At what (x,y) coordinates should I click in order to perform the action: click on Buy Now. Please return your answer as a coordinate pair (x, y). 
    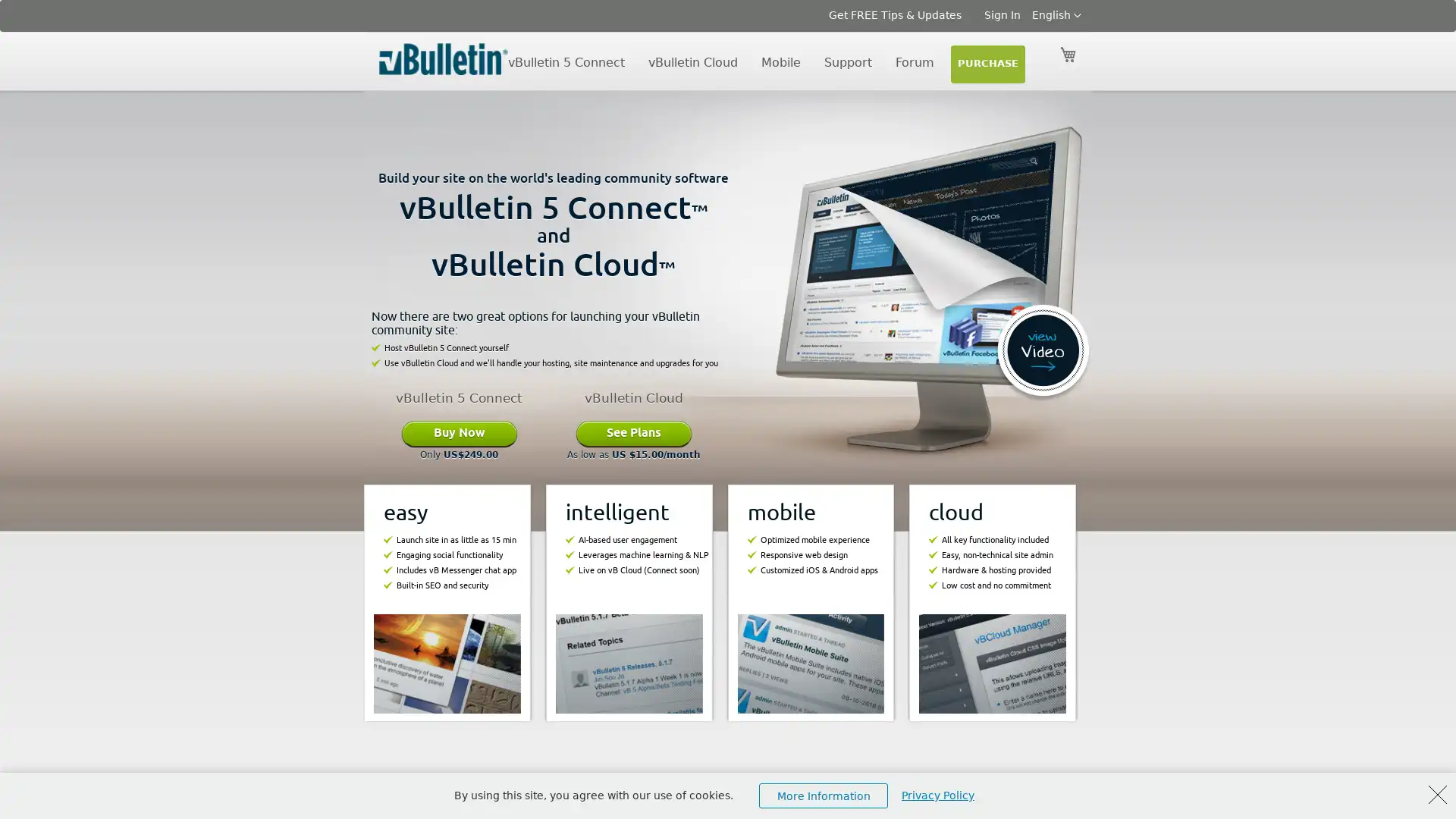
    Looking at the image, I should click on (458, 432).